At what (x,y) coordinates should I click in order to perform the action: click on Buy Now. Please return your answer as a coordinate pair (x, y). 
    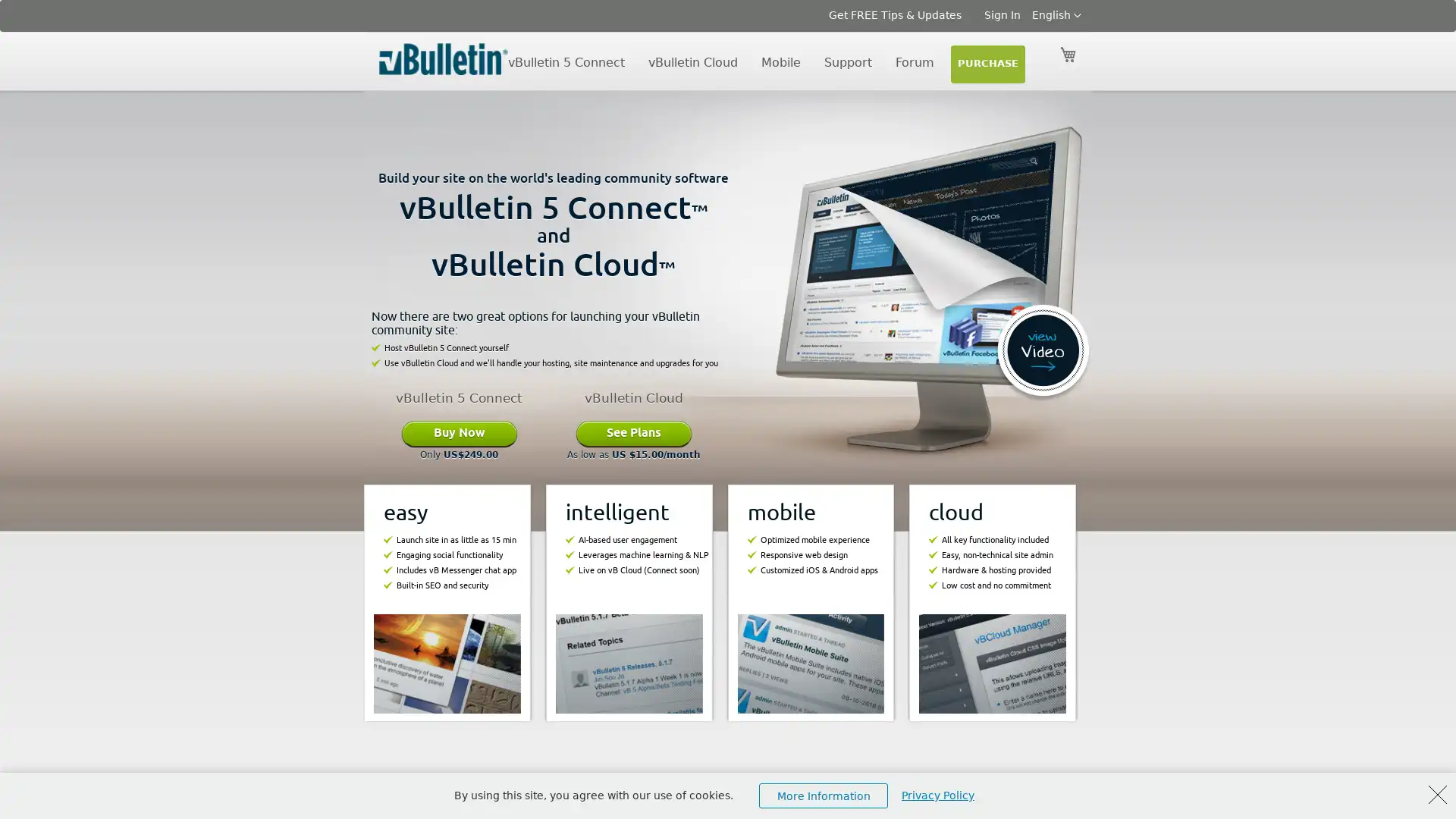
    Looking at the image, I should click on (458, 432).